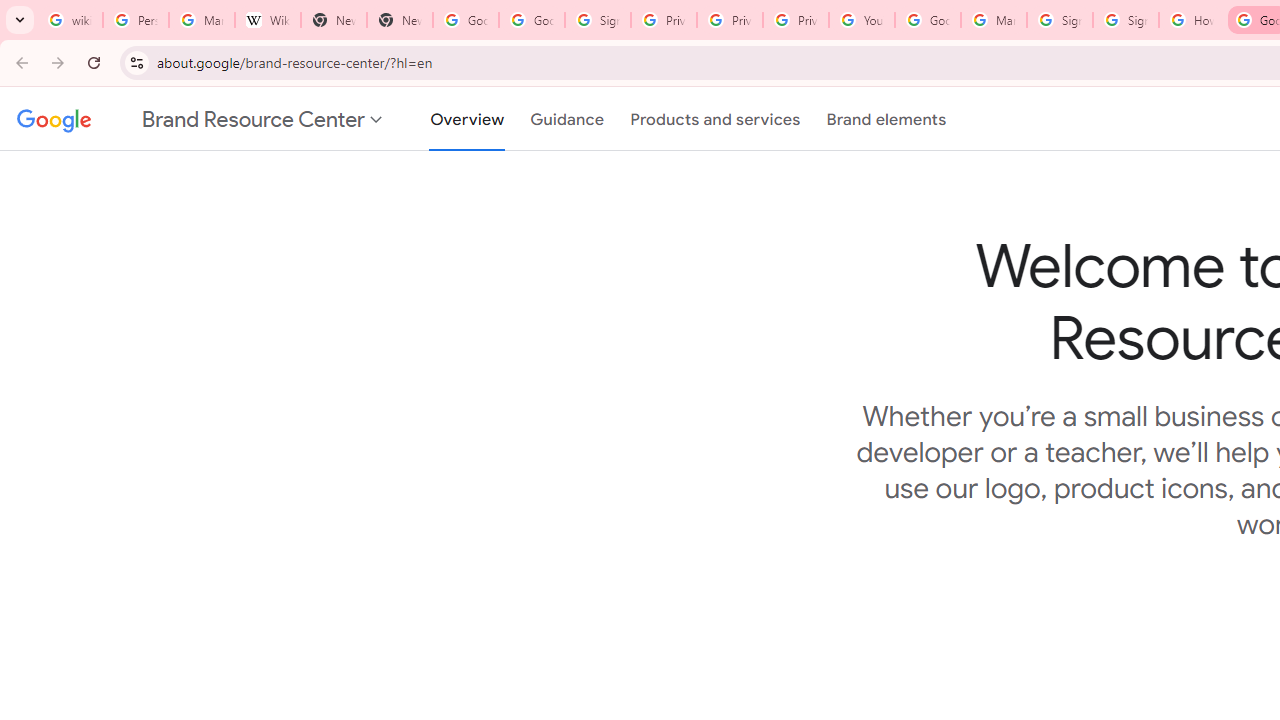 This screenshot has height=720, width=1280. I want to click on 'YouTube', so click(862, 20).